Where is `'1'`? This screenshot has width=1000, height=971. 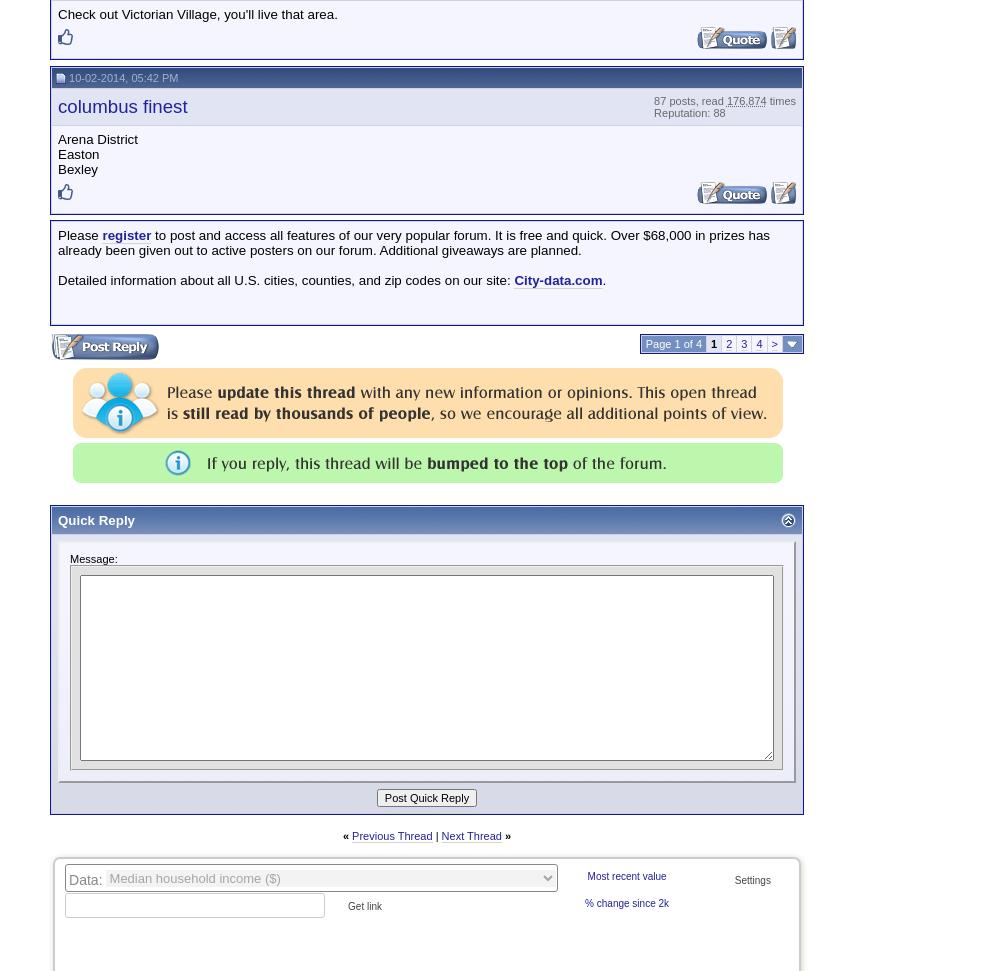
'1' is located at coordinates (713, 344).